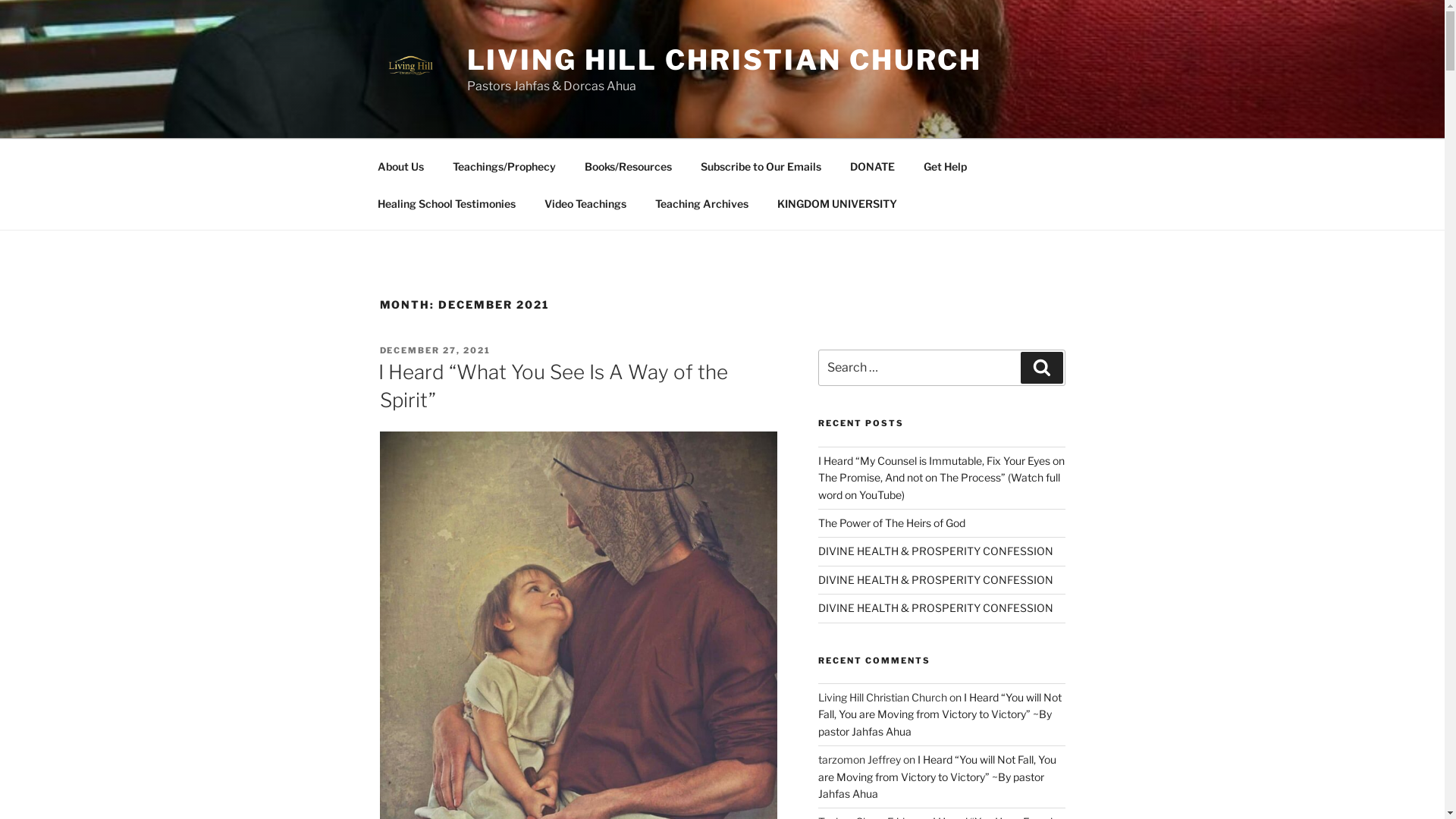 The width and height of the screenshot is (1456, 819). What do you see at coordinates (910, 165) in the screenshot?
I see `'Get Help'` at bounding box center [910, 165].